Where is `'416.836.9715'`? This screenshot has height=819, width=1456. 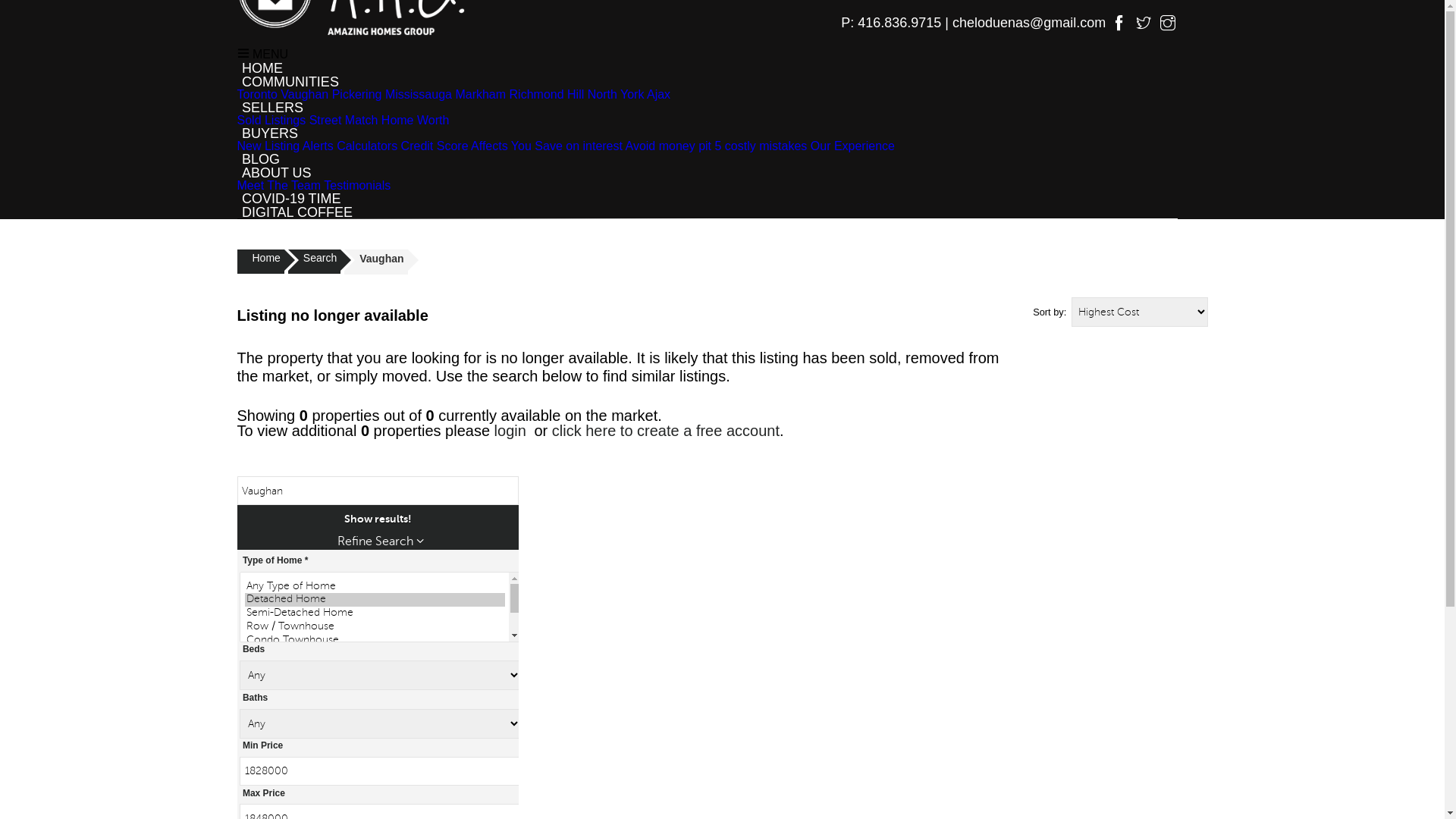
'416.836.9715' is located at coordinates (899, 23).